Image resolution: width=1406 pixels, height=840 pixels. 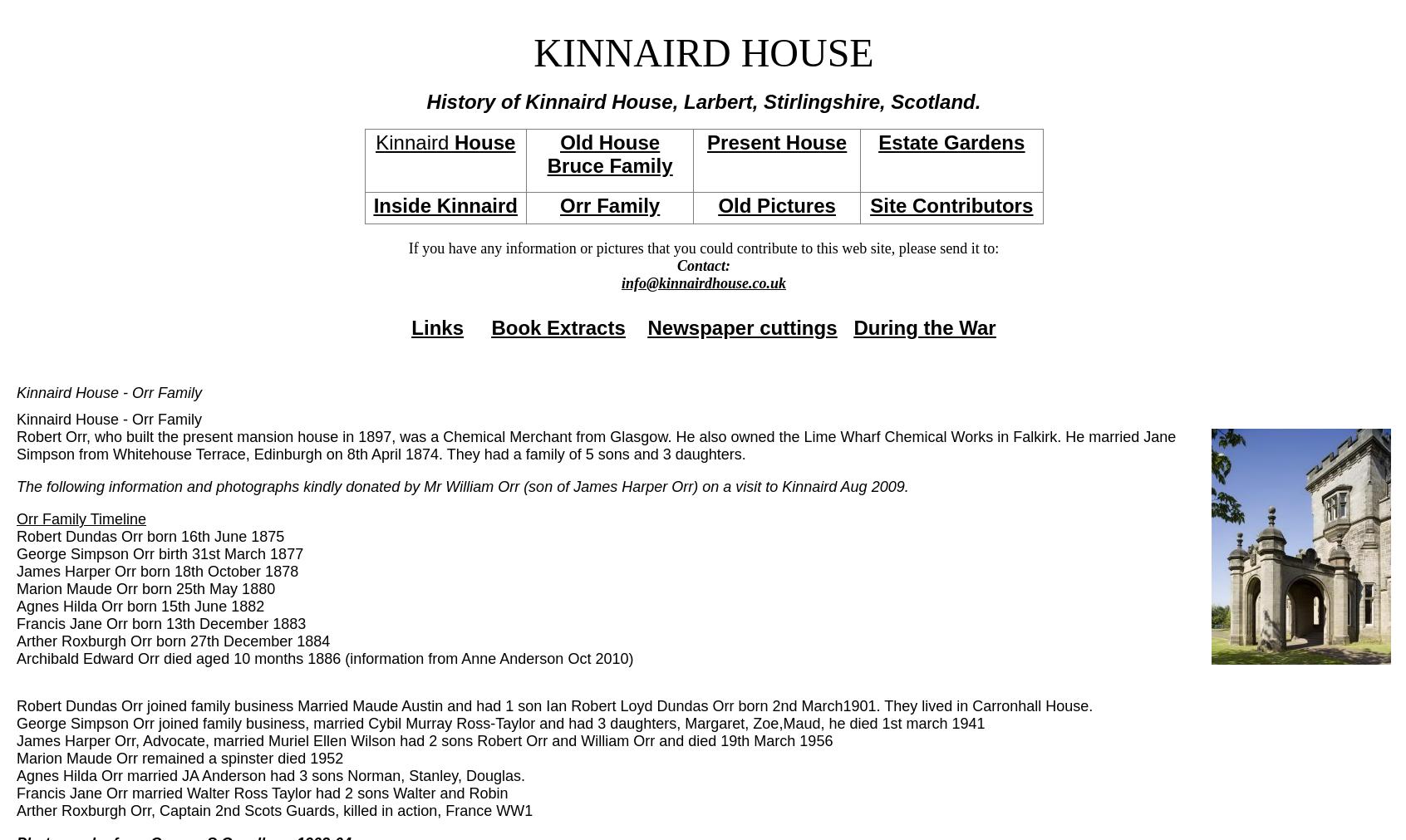 What do you see at coordinates (424, 741) in the screenshot?
I see `'James Harper Orr, Advocate, married Muriel Ellen Wilson had 2 sons Robert Orr and William Orr and died 19th March 1956'` at bounding box center [424, 741].